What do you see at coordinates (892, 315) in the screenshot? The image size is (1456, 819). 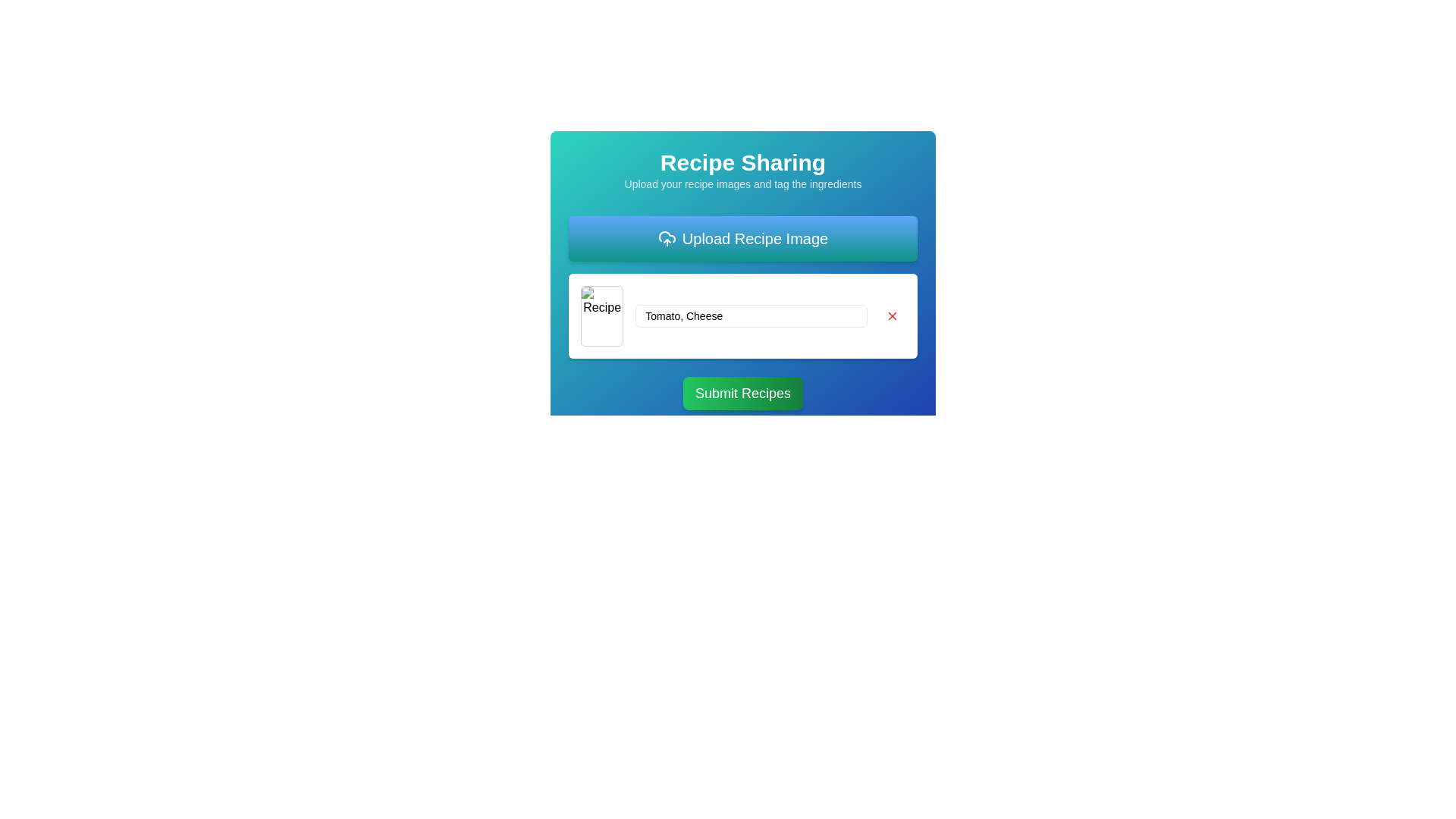 I see `the red 'X'-shaped icon button` at bounding box center [892, 315].